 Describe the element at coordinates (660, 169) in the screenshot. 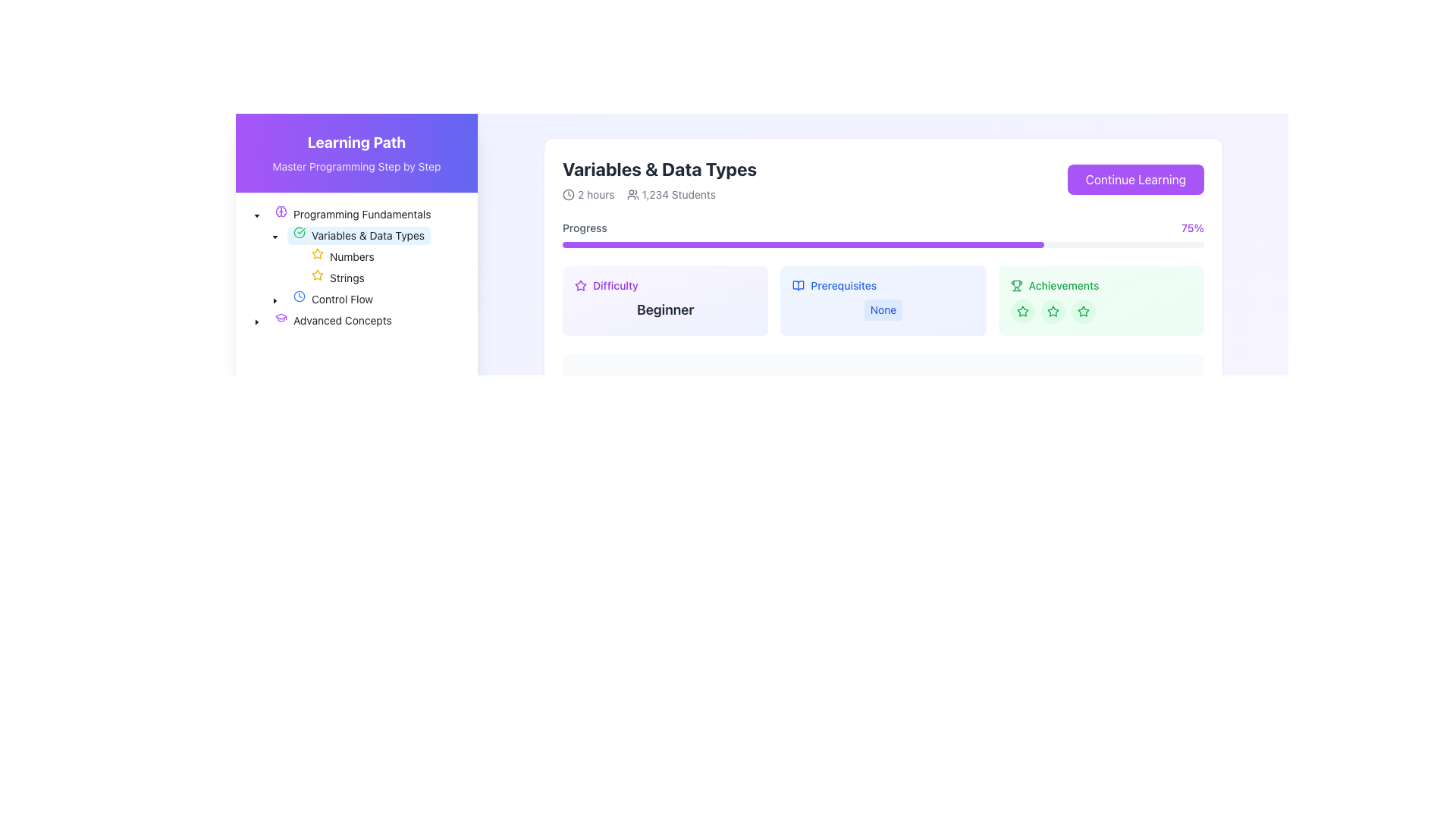

I see `text label or heading that serves as the title for the learning module on variables and data types, positioned centrally at the top of the section` at that location.